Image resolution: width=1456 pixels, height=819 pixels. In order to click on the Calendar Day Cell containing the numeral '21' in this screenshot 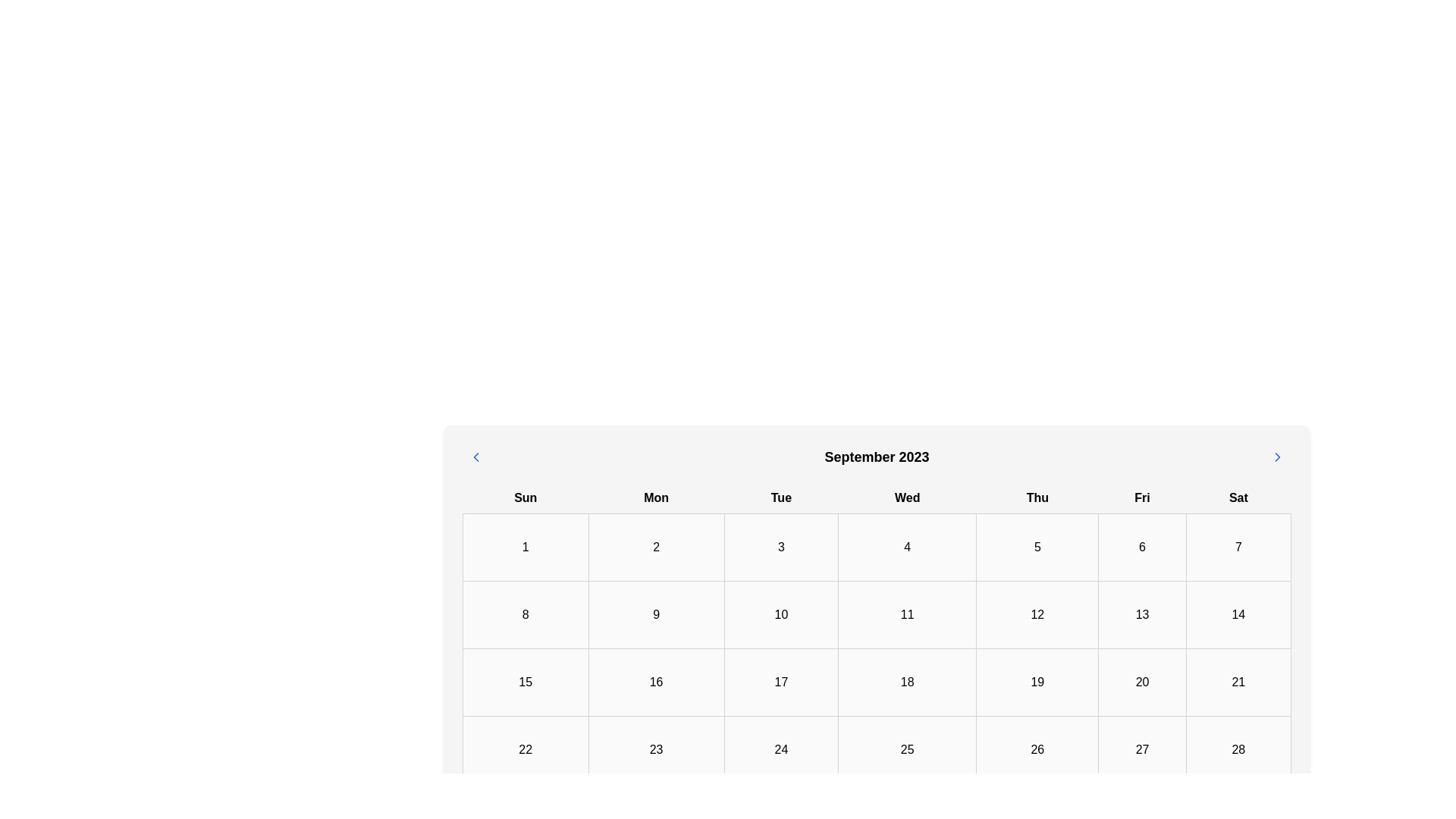, I will do `click(1238, 681)`.